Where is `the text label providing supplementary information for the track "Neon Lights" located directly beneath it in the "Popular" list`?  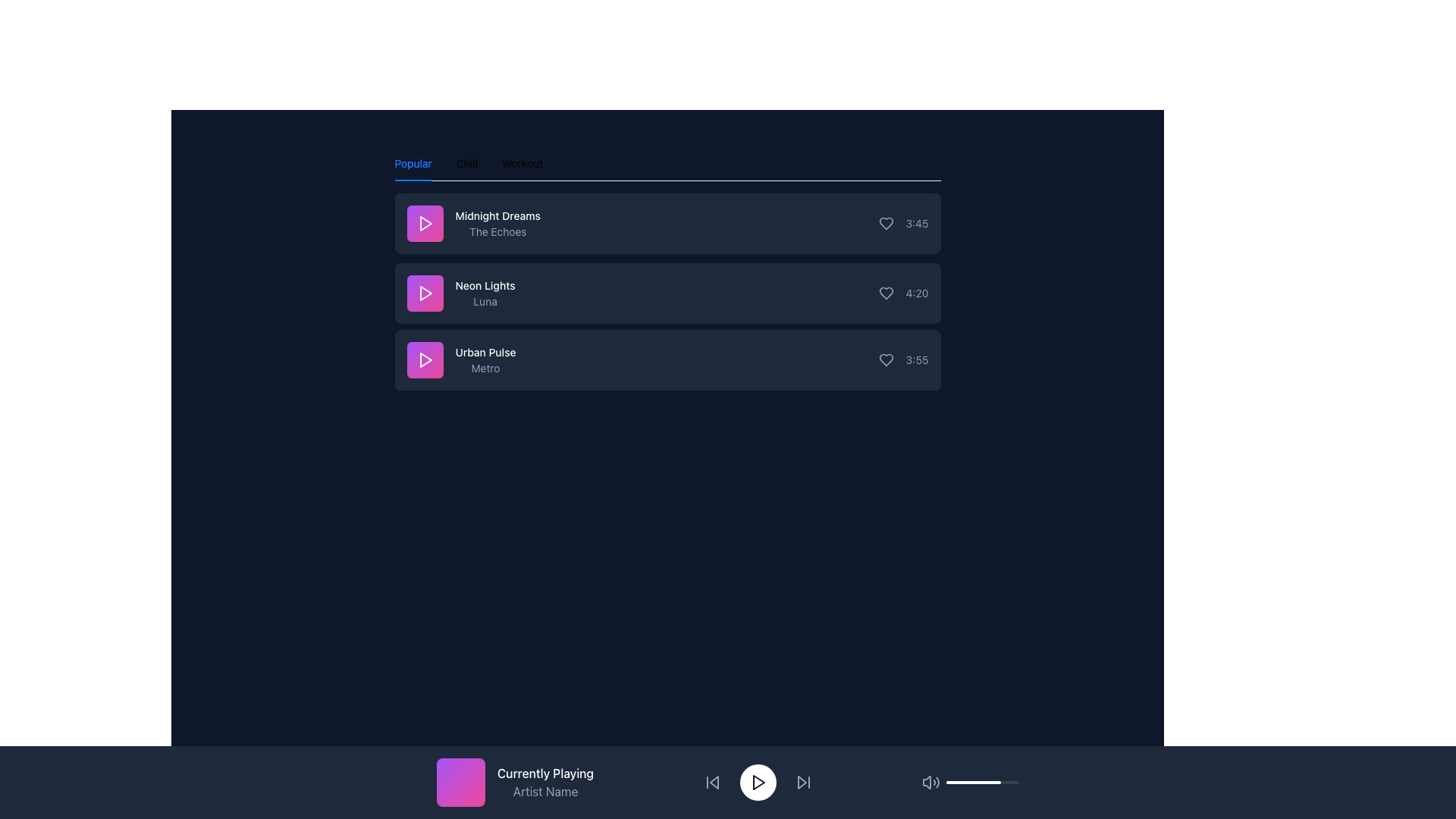
the text label providing supplementary information for the track "Neon Lights" located directly beneath it in the "Popular" list is located at coordinates (485, 301).